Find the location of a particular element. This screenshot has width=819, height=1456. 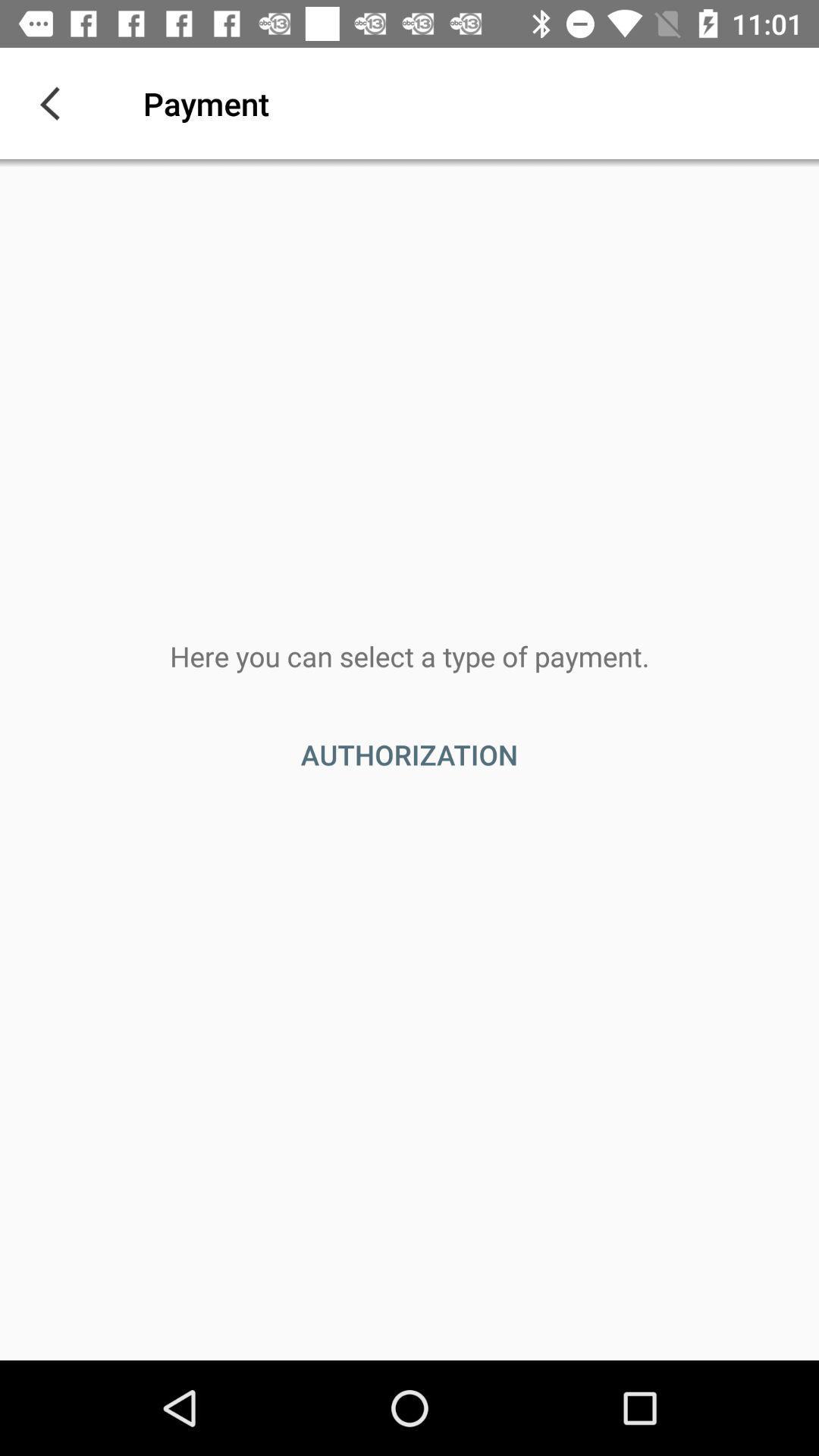

the authorization is located at coordinates (409, 755).